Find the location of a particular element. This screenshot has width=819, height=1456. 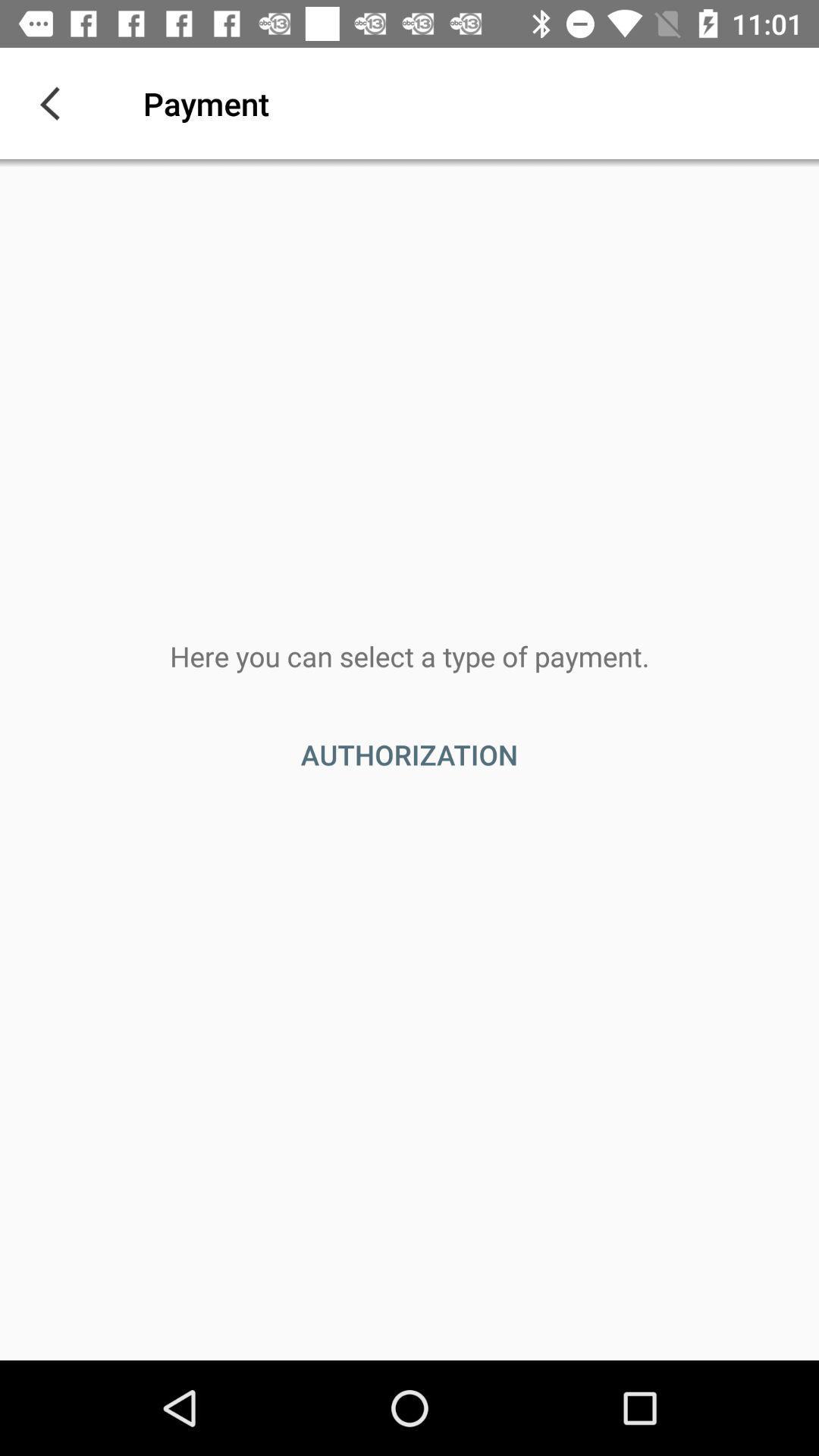

the authorization is located at coordinates (409, 755).